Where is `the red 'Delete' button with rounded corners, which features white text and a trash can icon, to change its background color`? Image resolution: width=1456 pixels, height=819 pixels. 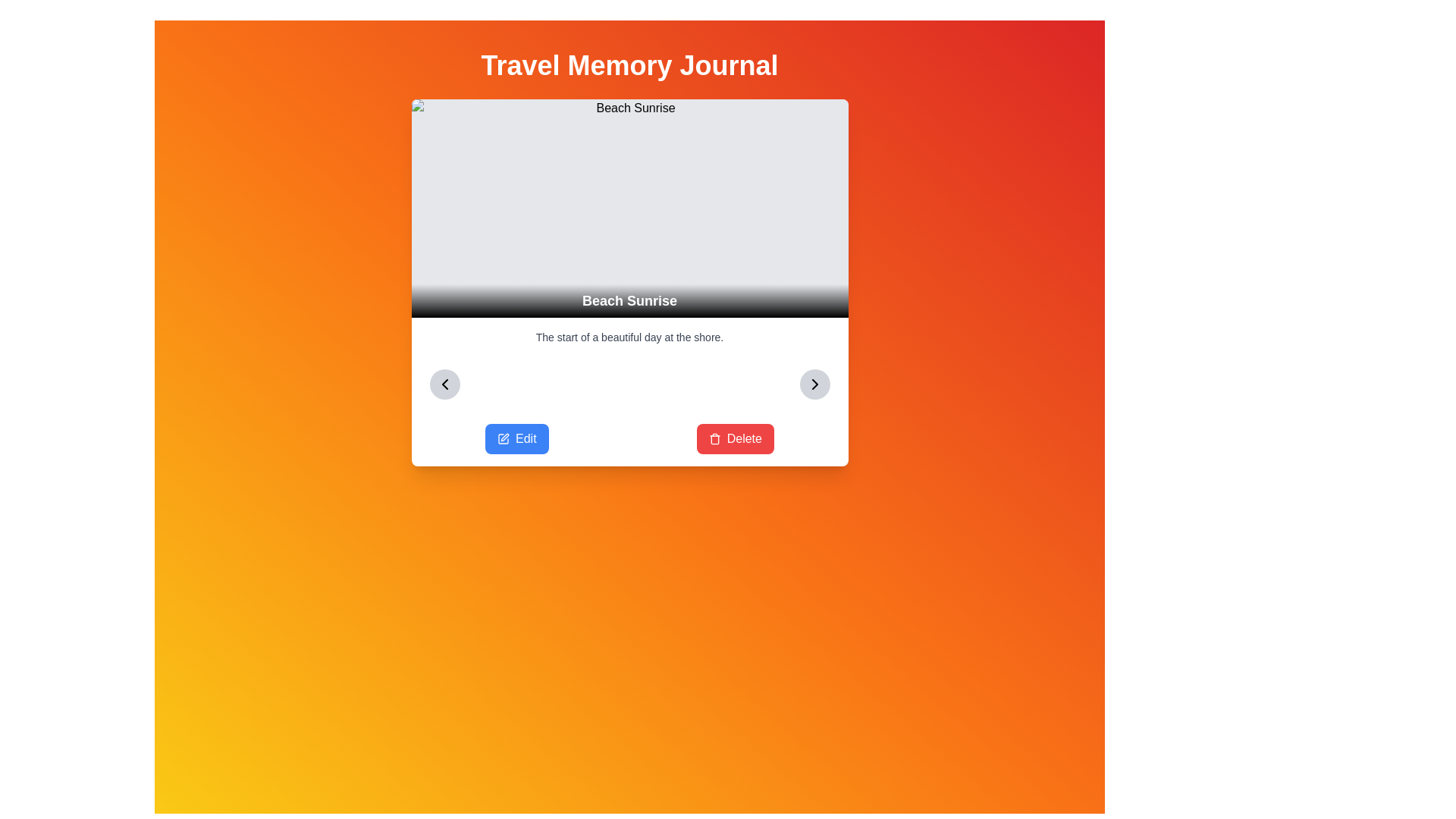 the red 'Delete' button with rounded corners, which features white text and a trash can icon, to change its background color is located at coordinates (735, 438).